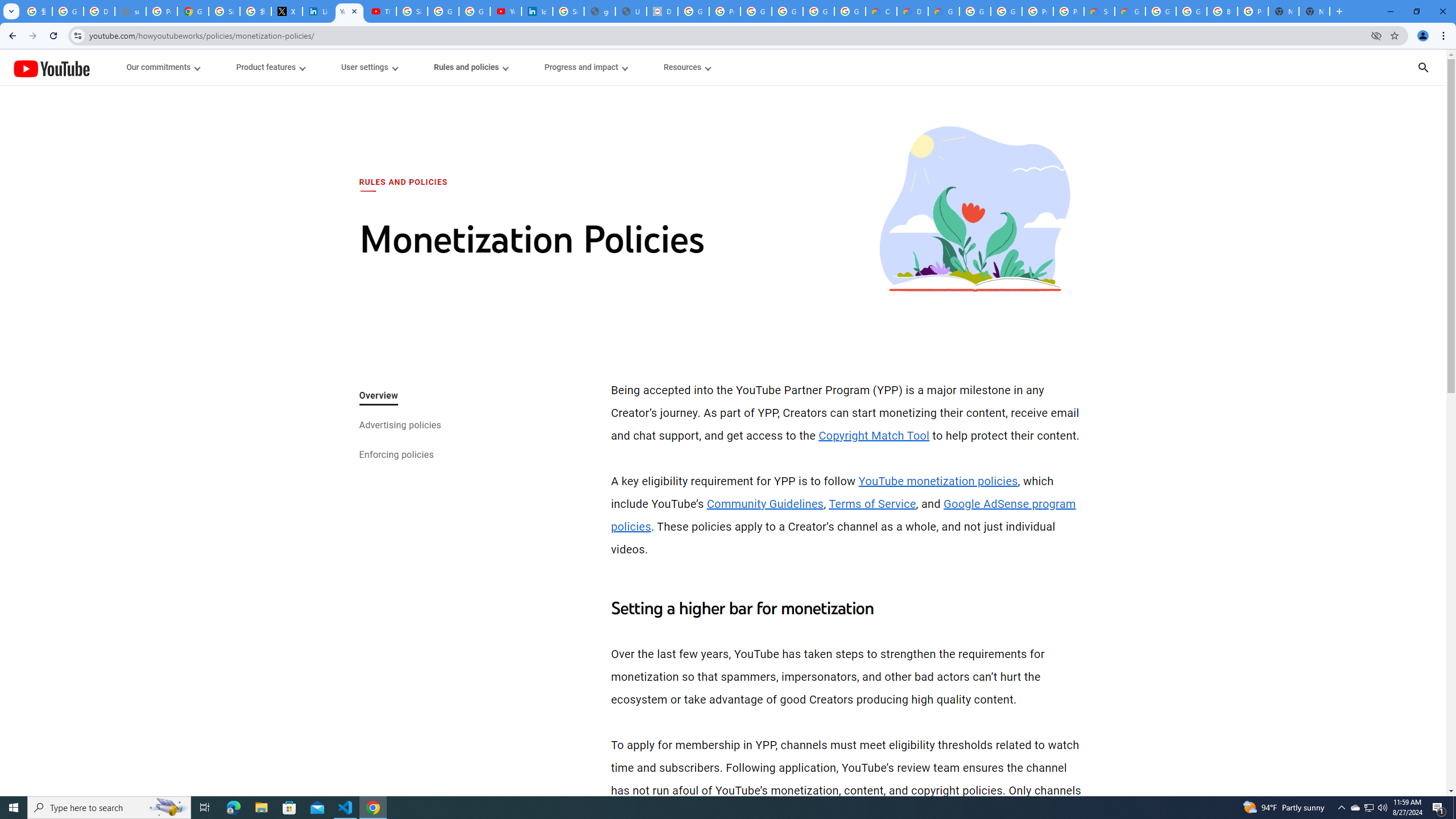  What do you see at coordinates (1314, 11) in the screenshot?
I see `'New Tab'` at bounding box center [1314, 11].